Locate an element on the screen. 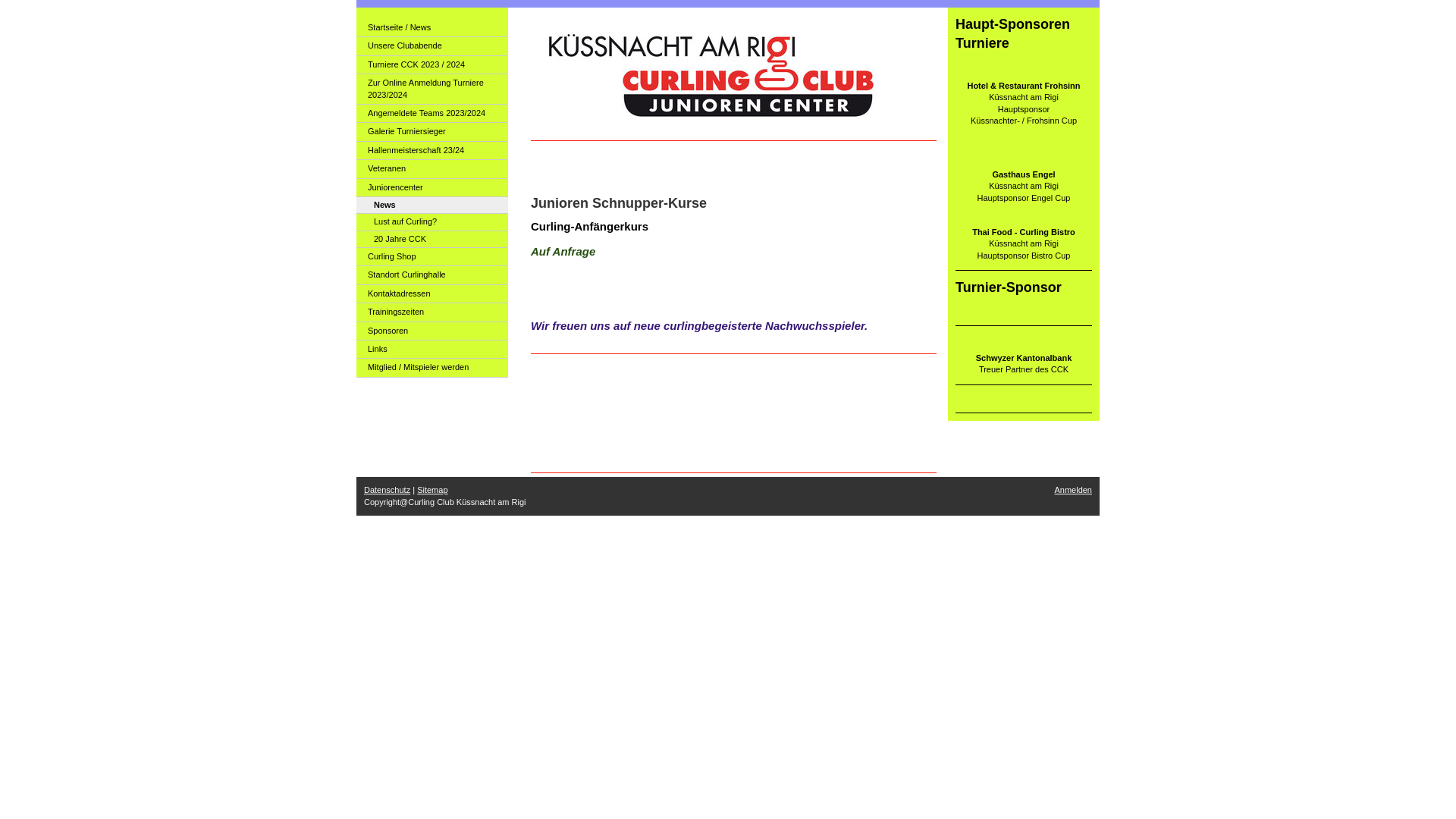 This screenshot has height=819, width=1456. 'Anmelden' is located at coordinates (1072, 489).